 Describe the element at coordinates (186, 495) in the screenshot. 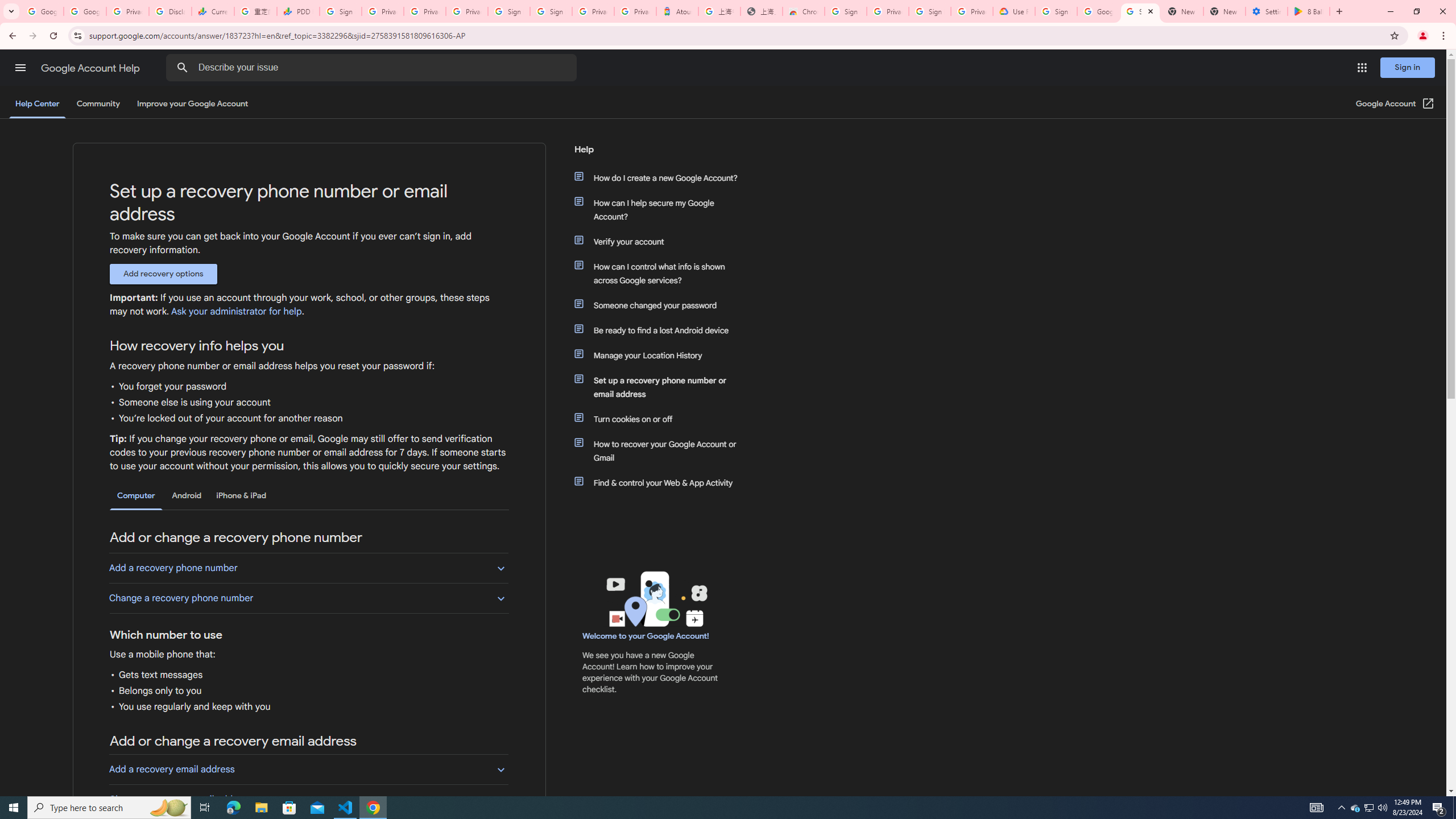

I see `'Android'` at that location.